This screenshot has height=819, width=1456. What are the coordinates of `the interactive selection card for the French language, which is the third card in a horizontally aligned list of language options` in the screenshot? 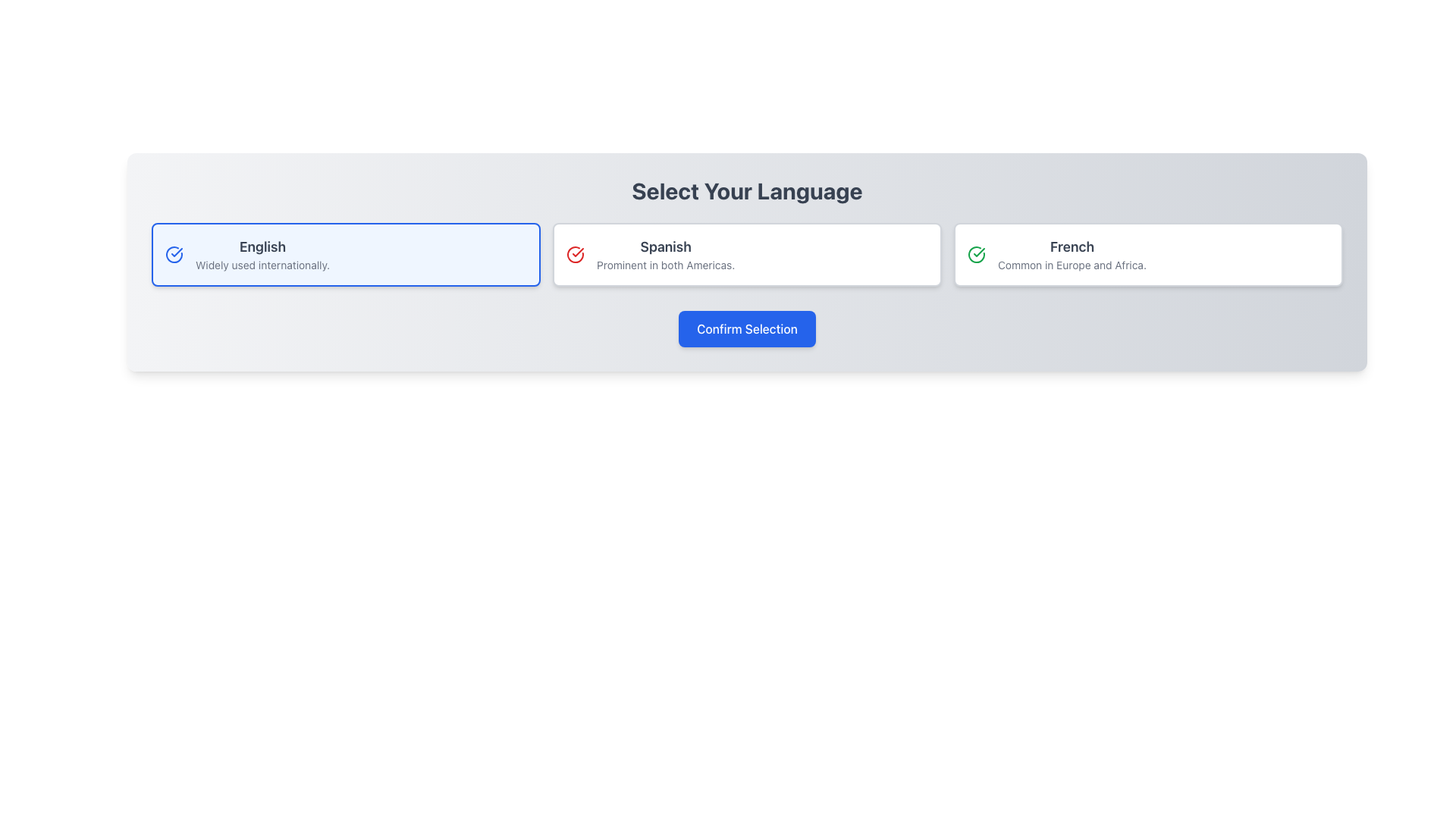 It's located at (1148, 253).